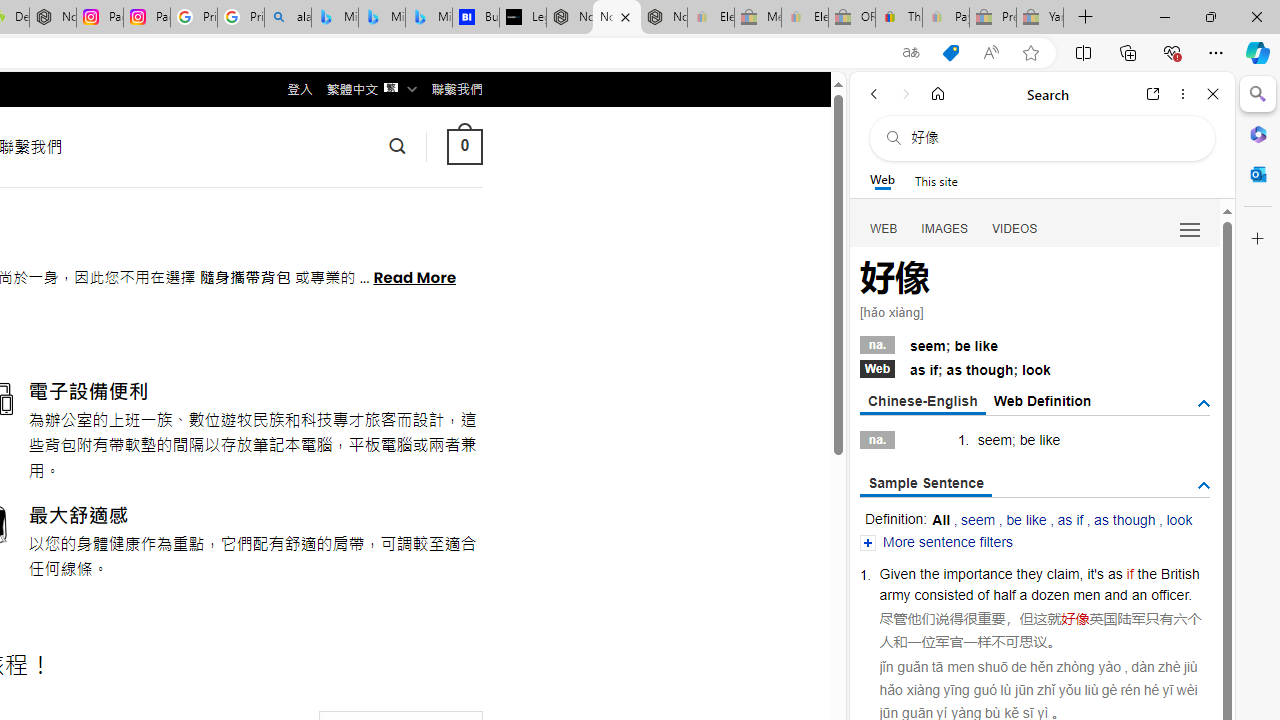  What do you see at coordinates (1089, 573) in the screenshot?
I see `'it'` at bounding box center [1089, 573].